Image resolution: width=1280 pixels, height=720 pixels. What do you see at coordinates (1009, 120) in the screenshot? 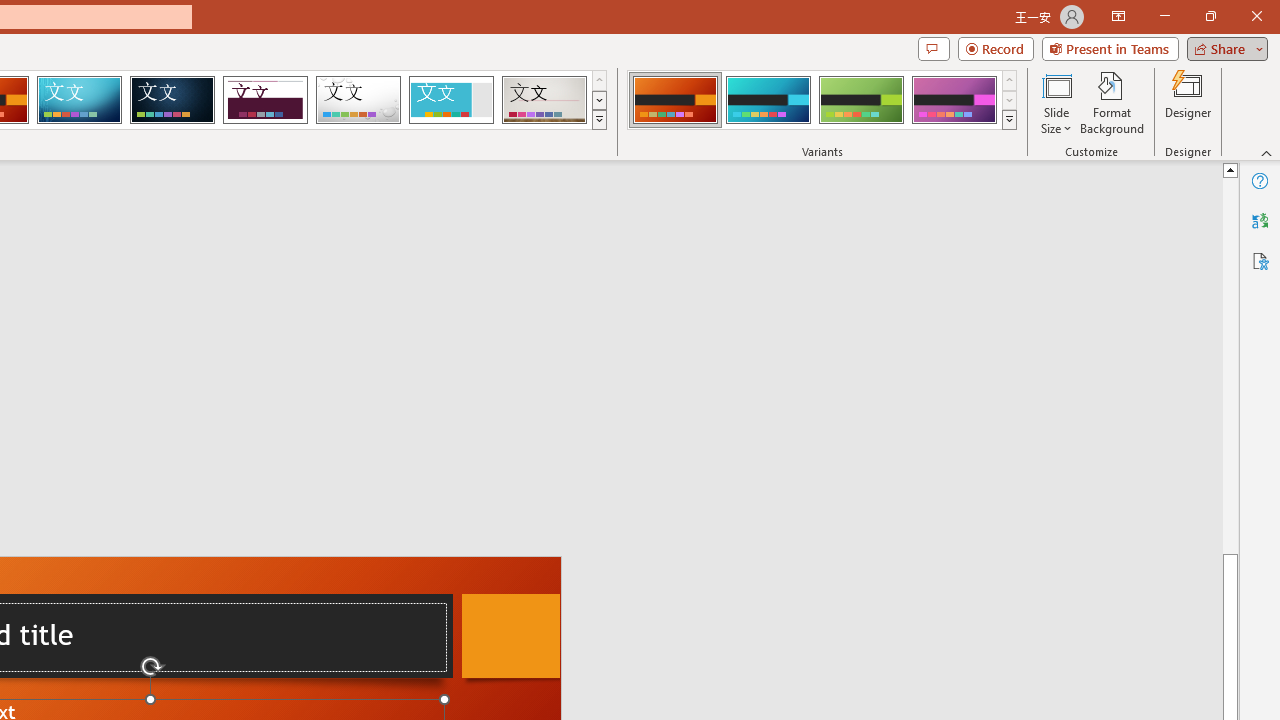
I see `'Variants'` at bounding box center [1009, 120].